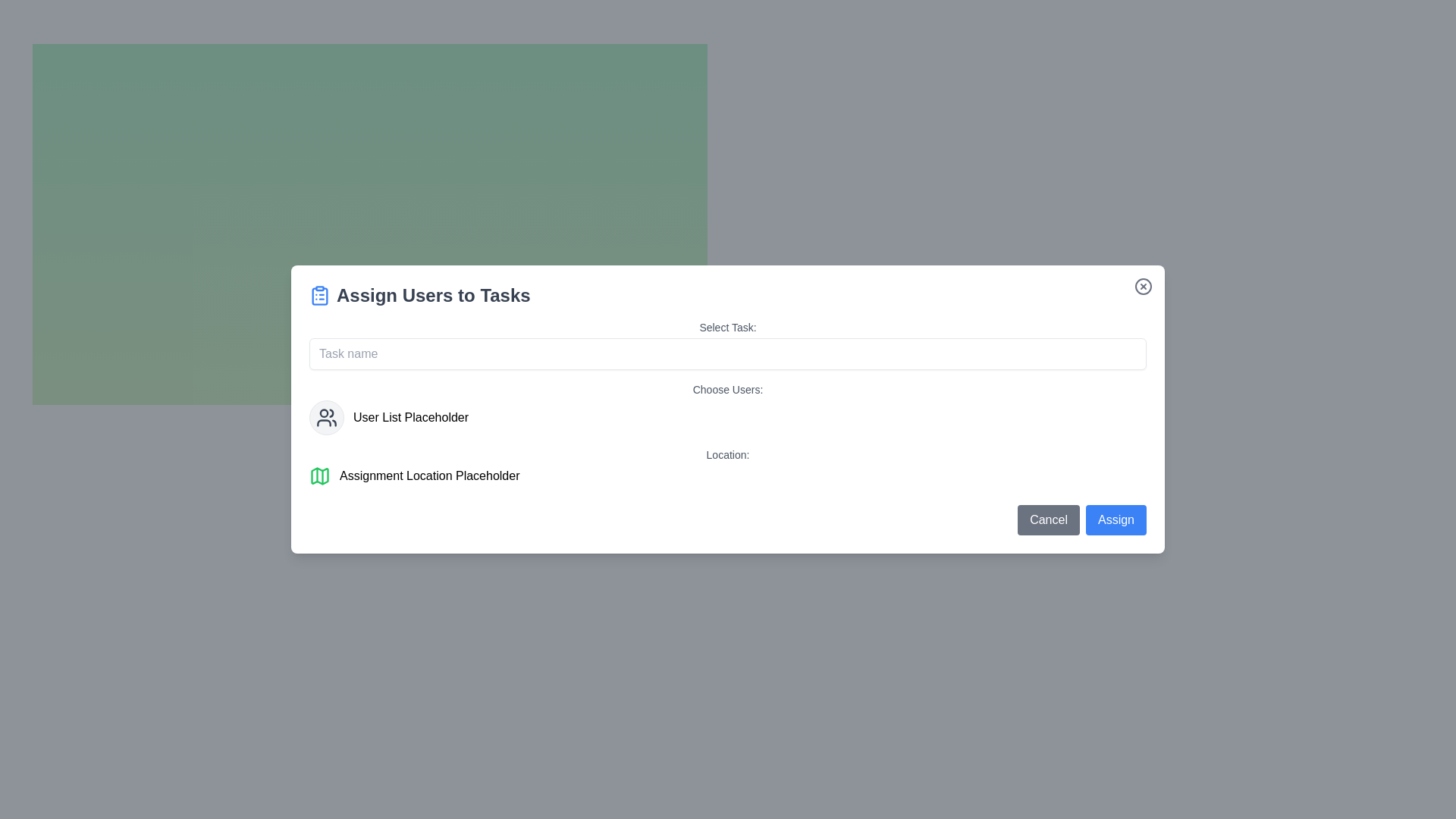 Image resolution: width=1456 pixels, height=819 pixels. What do you see at coordinates (428, 475) in the screenshot?
I see `the static label that indicates the assignment location, positioned below the 'User List Placeholder' and to the right of the green map icon` at bounding box center [428, 475].